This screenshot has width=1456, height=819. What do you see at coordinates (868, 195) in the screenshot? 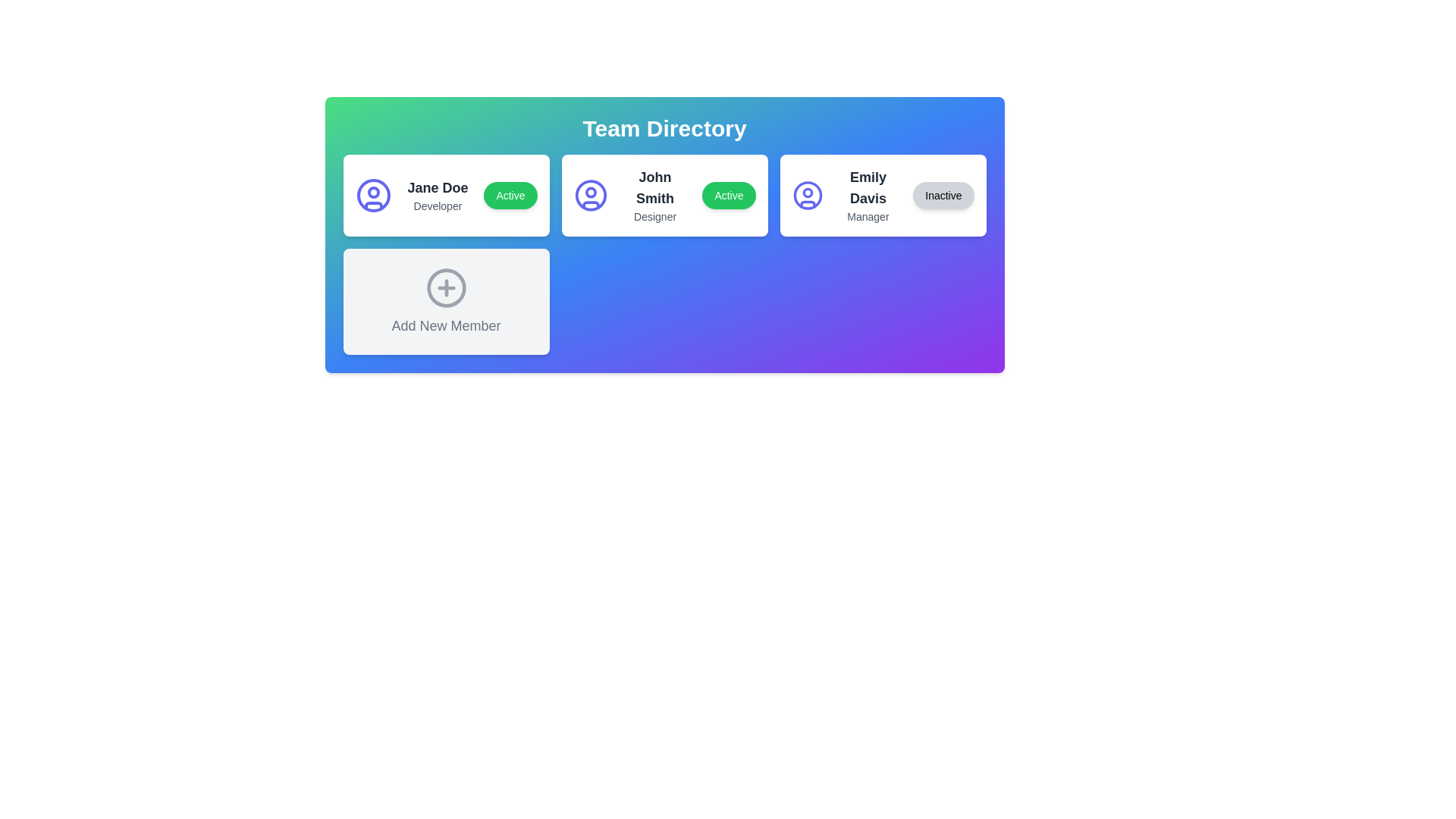
I see `the 'Emily Davis' text display element in the 'Team Directory' section, which shows 'Manager' below it and is positioned on the right side of the second row` at bounding box center [868, 195].